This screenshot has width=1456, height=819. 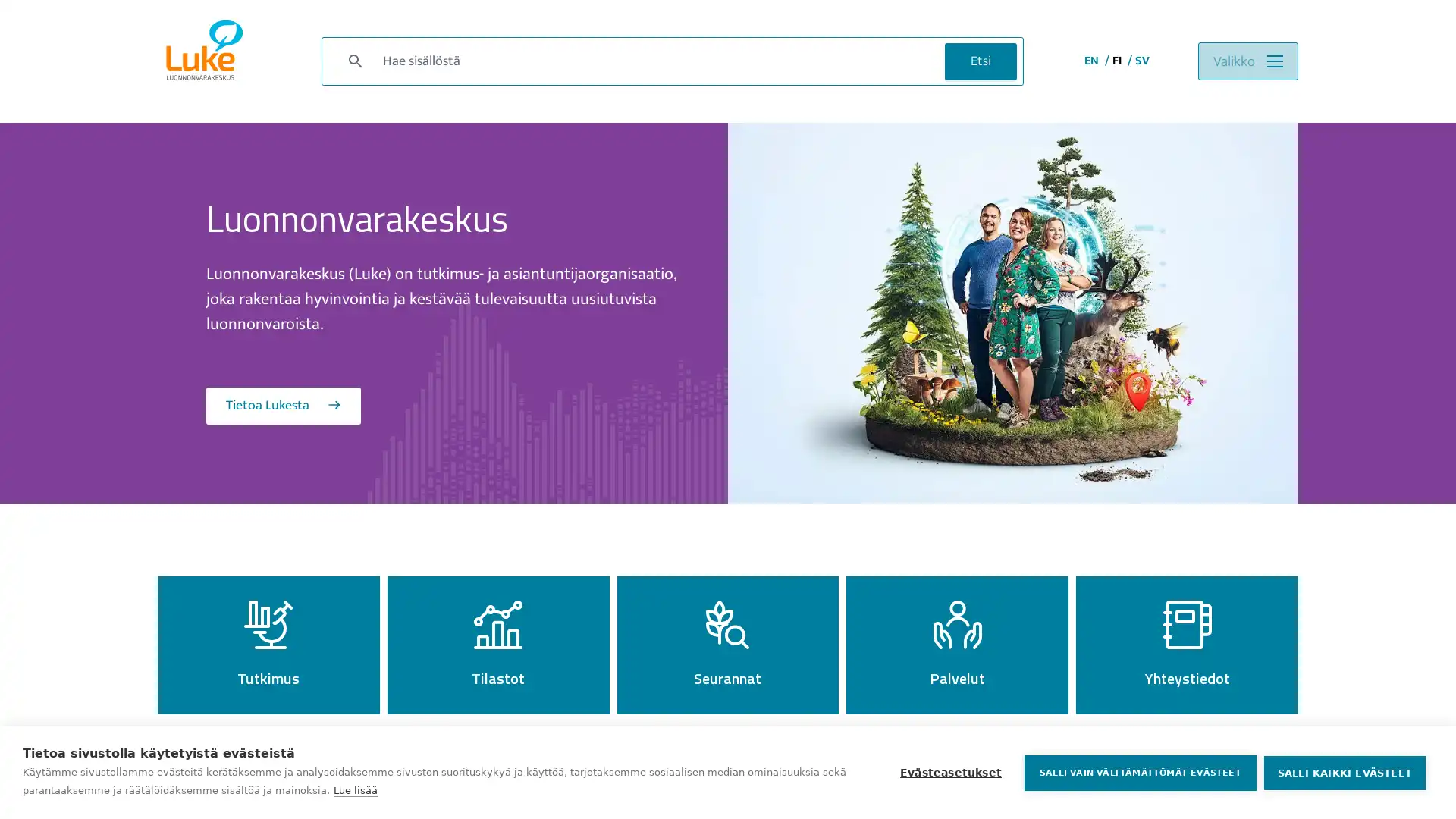 What do you see at coordinates (929, 60) in the screenshot?
I see `Etsi` at bounding box center [929, 60].